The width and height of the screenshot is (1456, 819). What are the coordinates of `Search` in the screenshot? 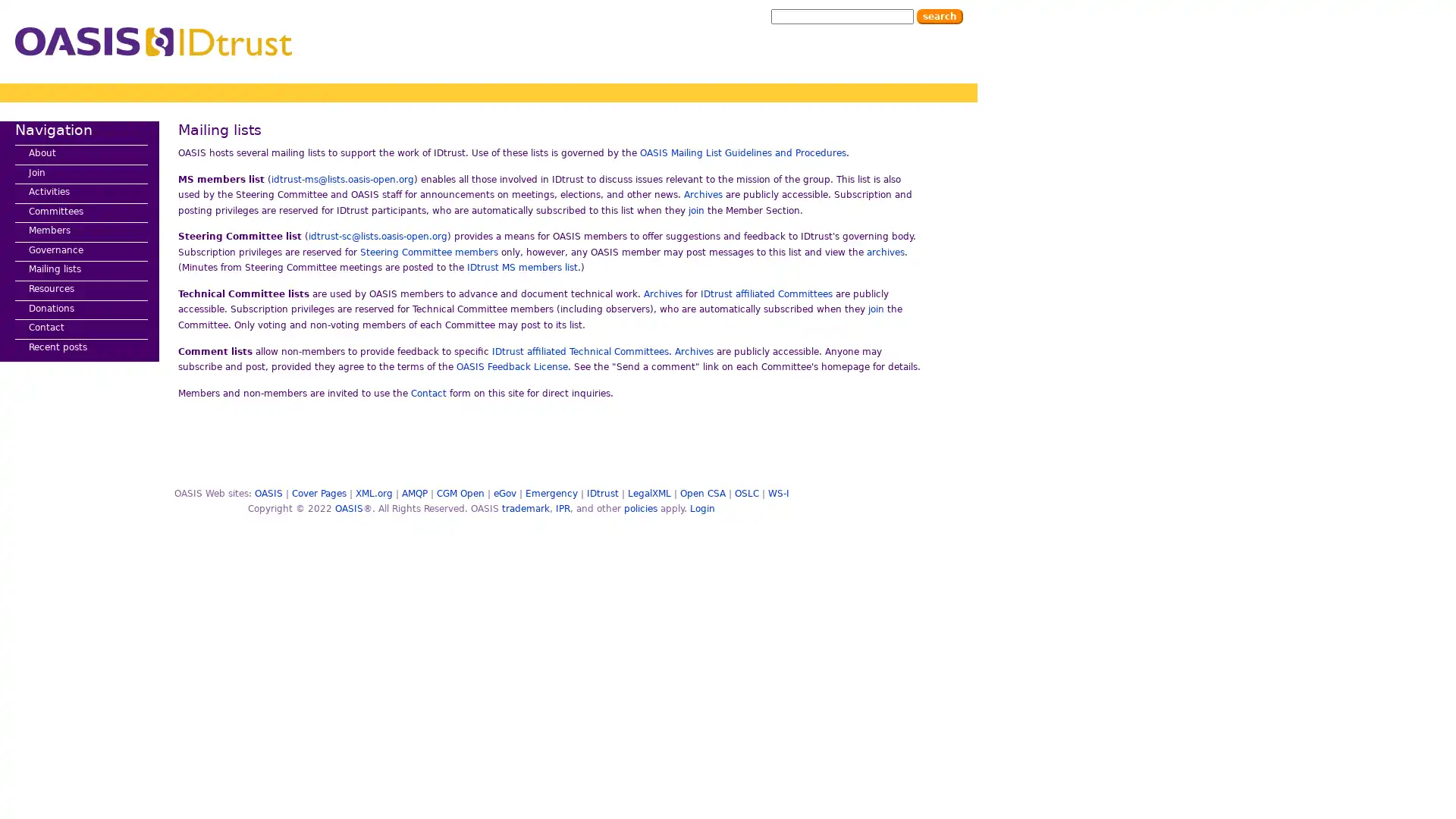 It's located at (939, 17).